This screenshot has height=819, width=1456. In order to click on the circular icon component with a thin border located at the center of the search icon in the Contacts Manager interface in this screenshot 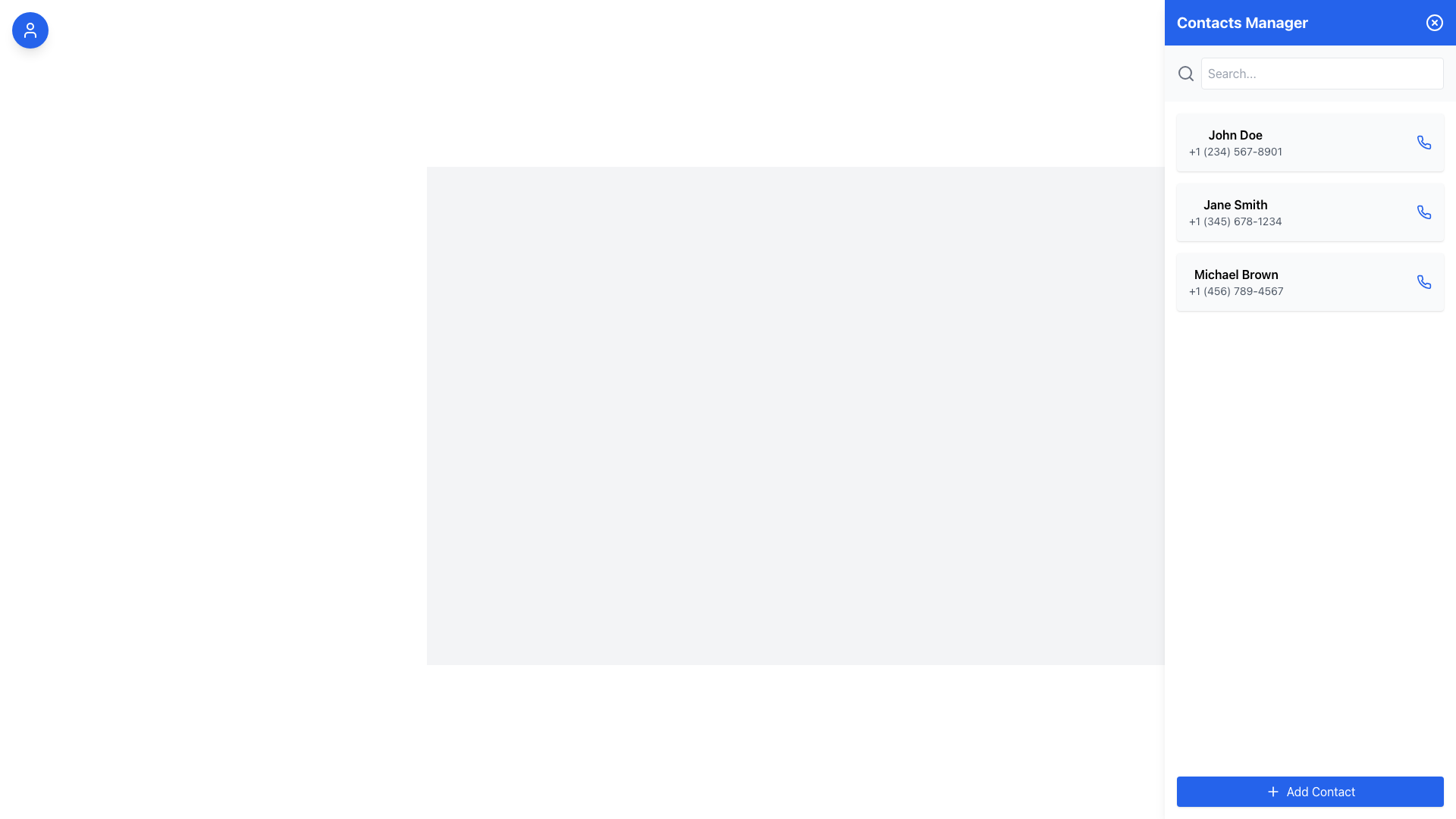, I will do `click(1185, 73)`.